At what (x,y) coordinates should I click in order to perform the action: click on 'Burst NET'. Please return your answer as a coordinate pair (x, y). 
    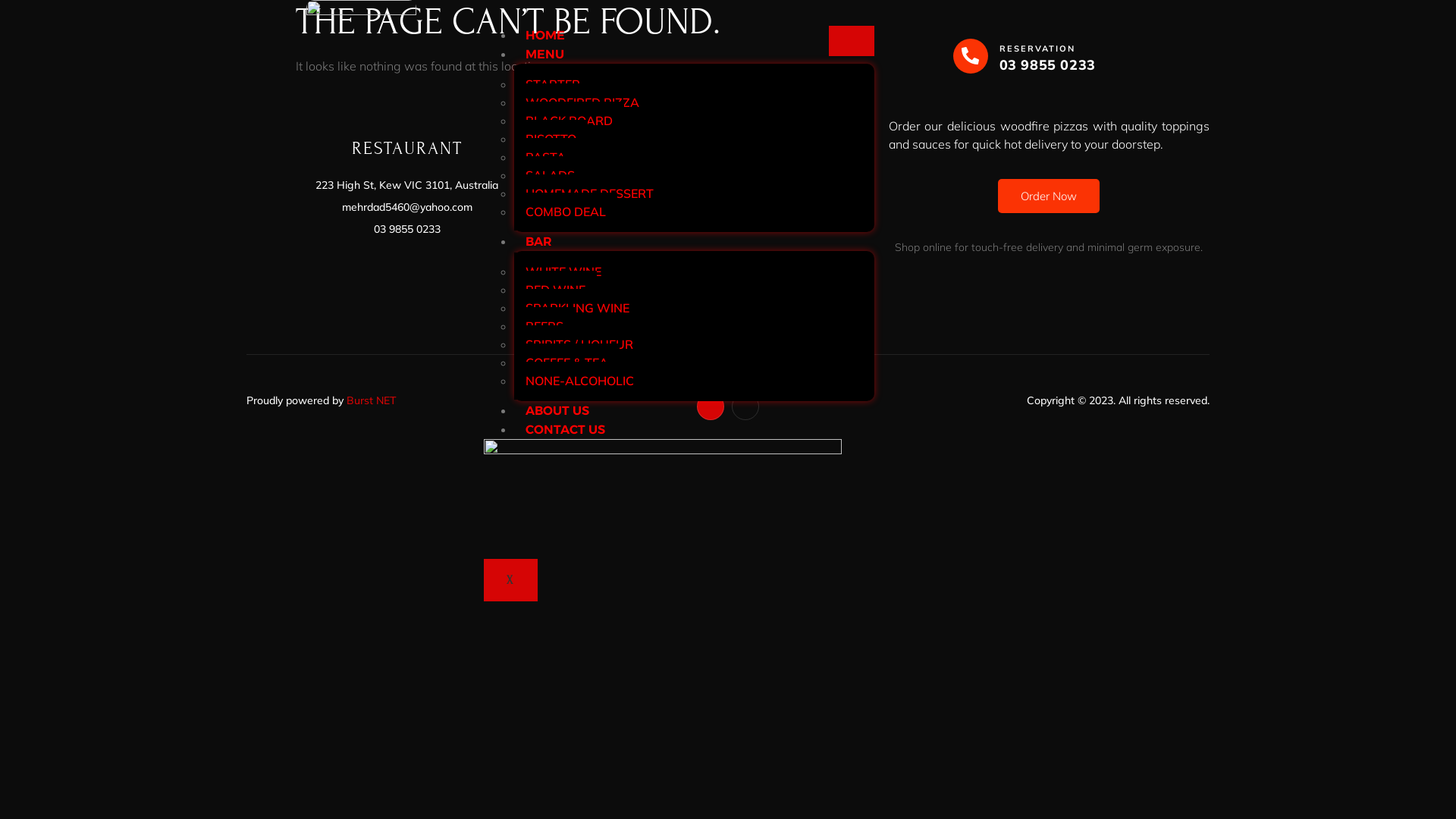
    Looking at the image, I should click on (371, 400).